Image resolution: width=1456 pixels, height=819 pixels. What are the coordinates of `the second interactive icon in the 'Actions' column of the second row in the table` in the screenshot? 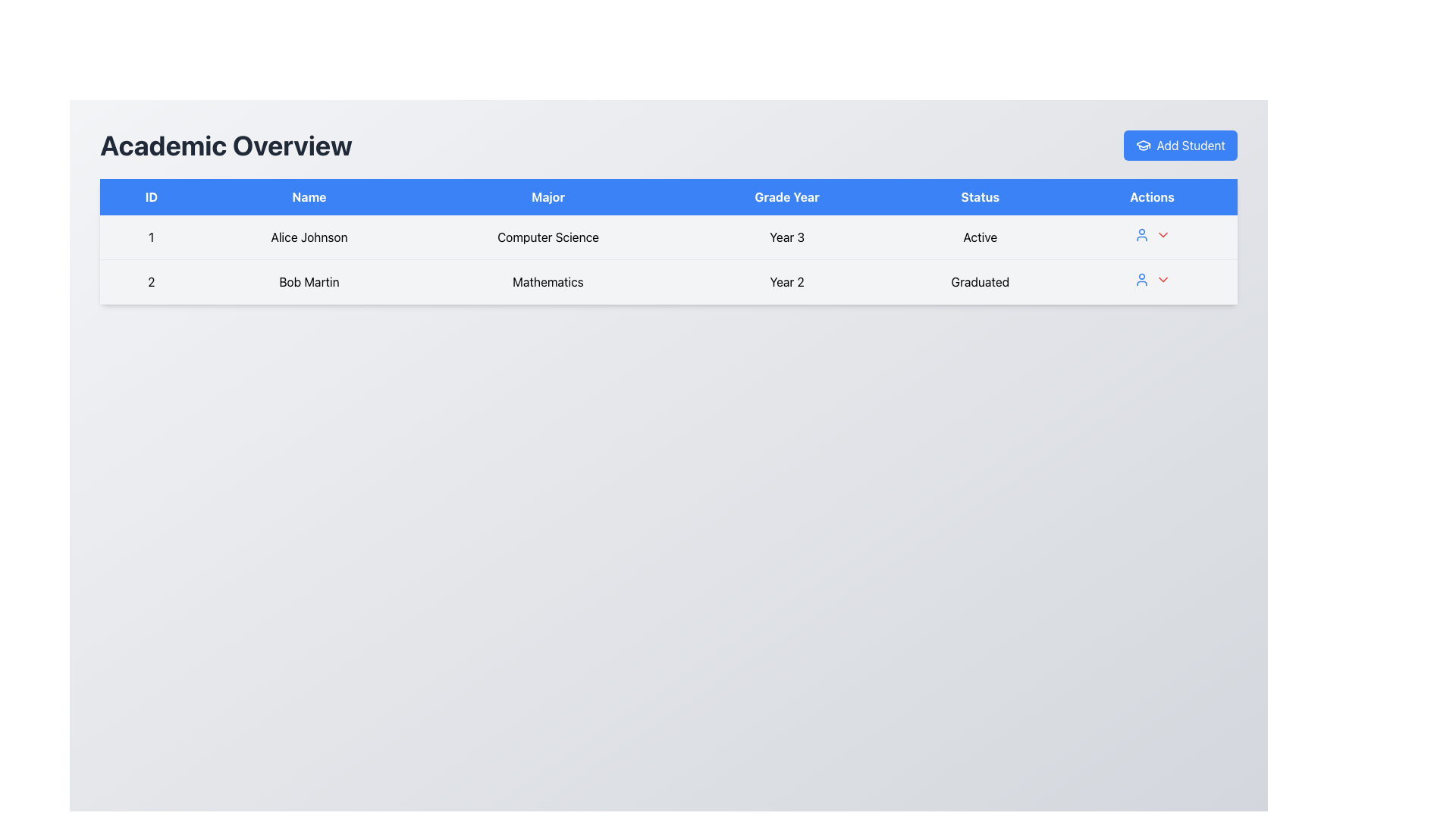 It's located at (1162, 280).